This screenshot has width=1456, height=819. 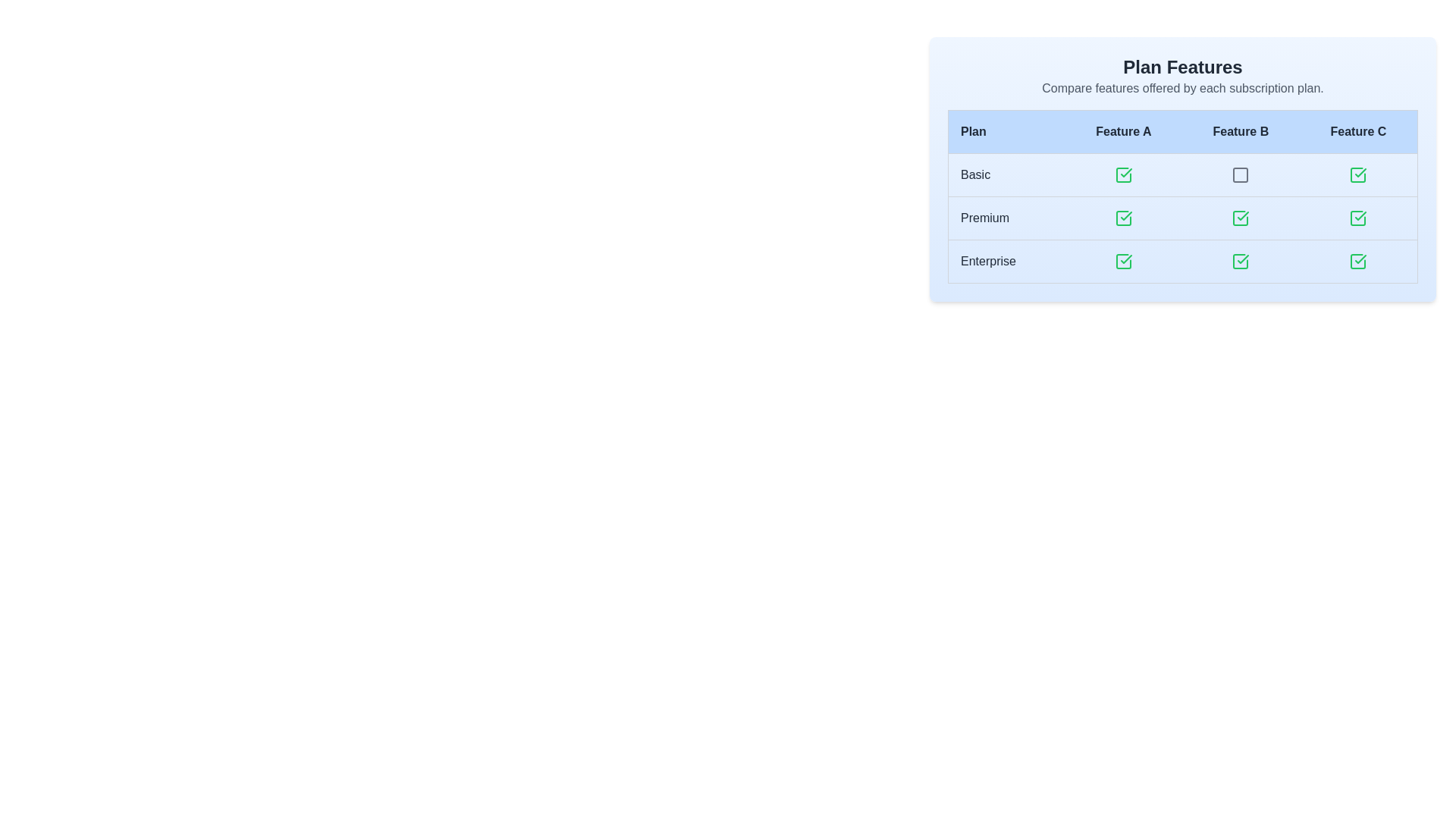 I want to click on the 'Feature C' icon in the 'Enterprise' subscription plan's row of the 'Plan Features' table to indicate its inclusion, so click(x=1360, y=259).